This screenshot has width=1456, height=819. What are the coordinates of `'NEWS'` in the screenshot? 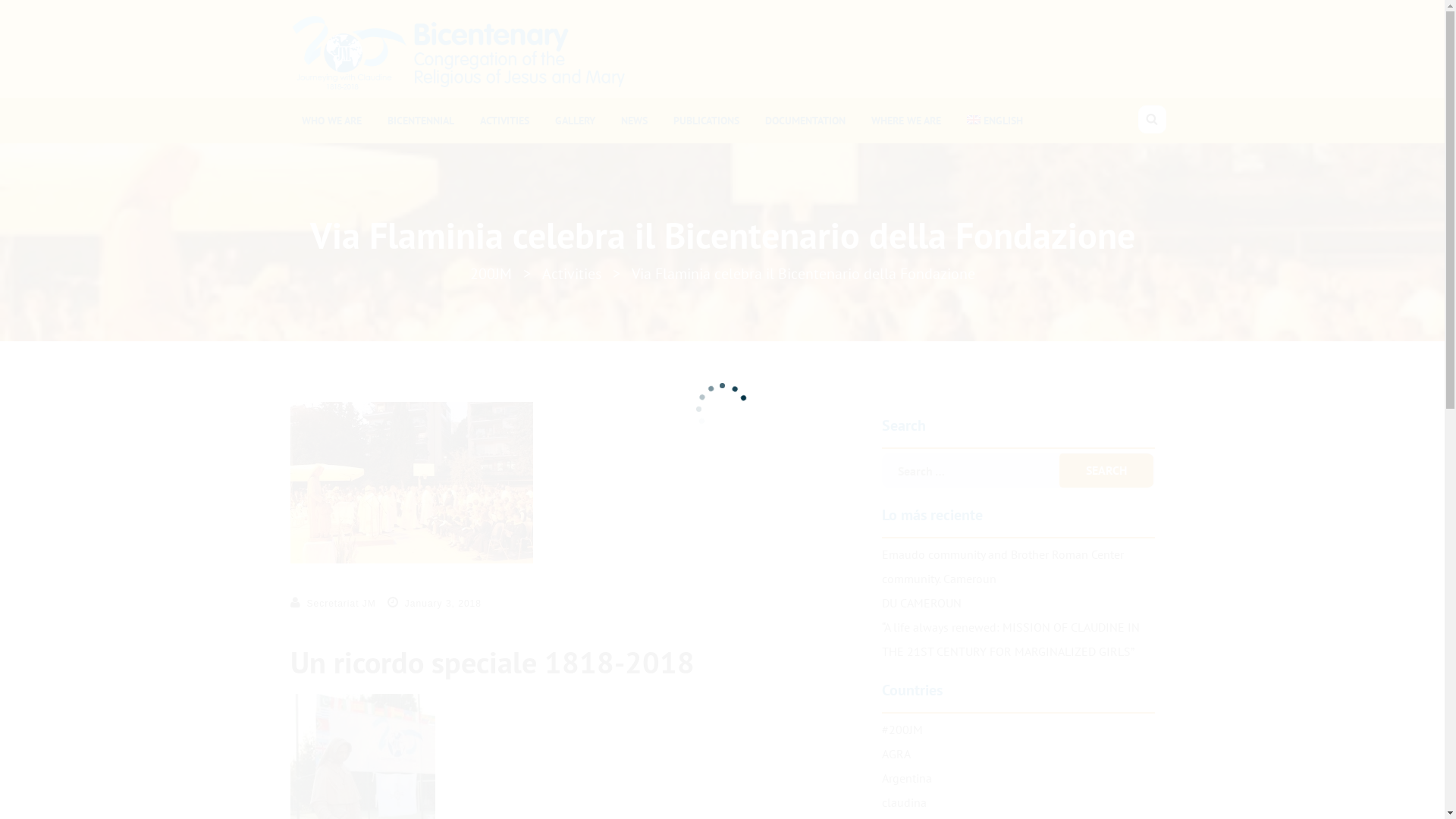 It's located at (634, 119).